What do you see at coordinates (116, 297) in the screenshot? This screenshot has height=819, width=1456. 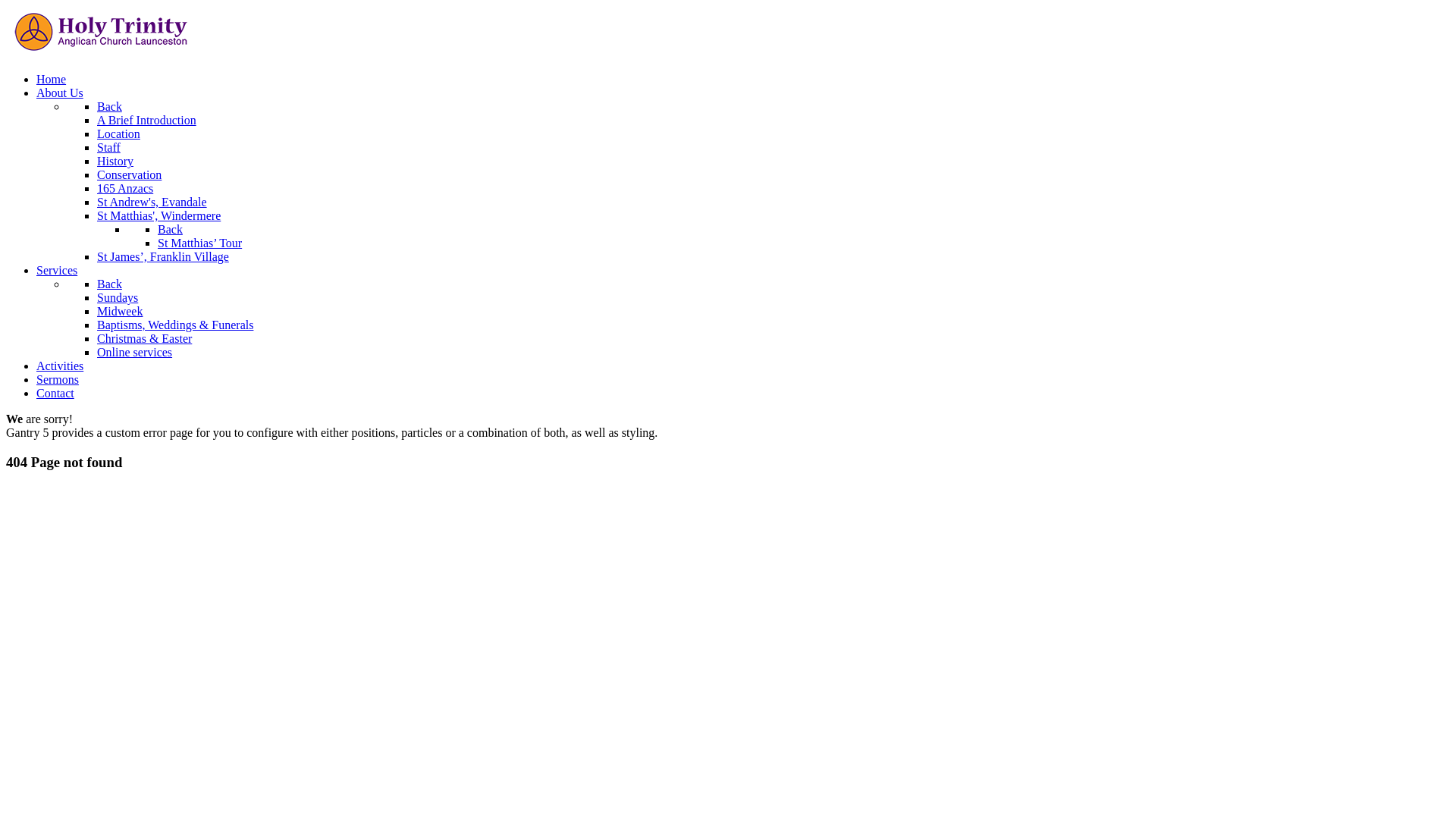 I see `'Sundays'` at bounding box center [116, 297].